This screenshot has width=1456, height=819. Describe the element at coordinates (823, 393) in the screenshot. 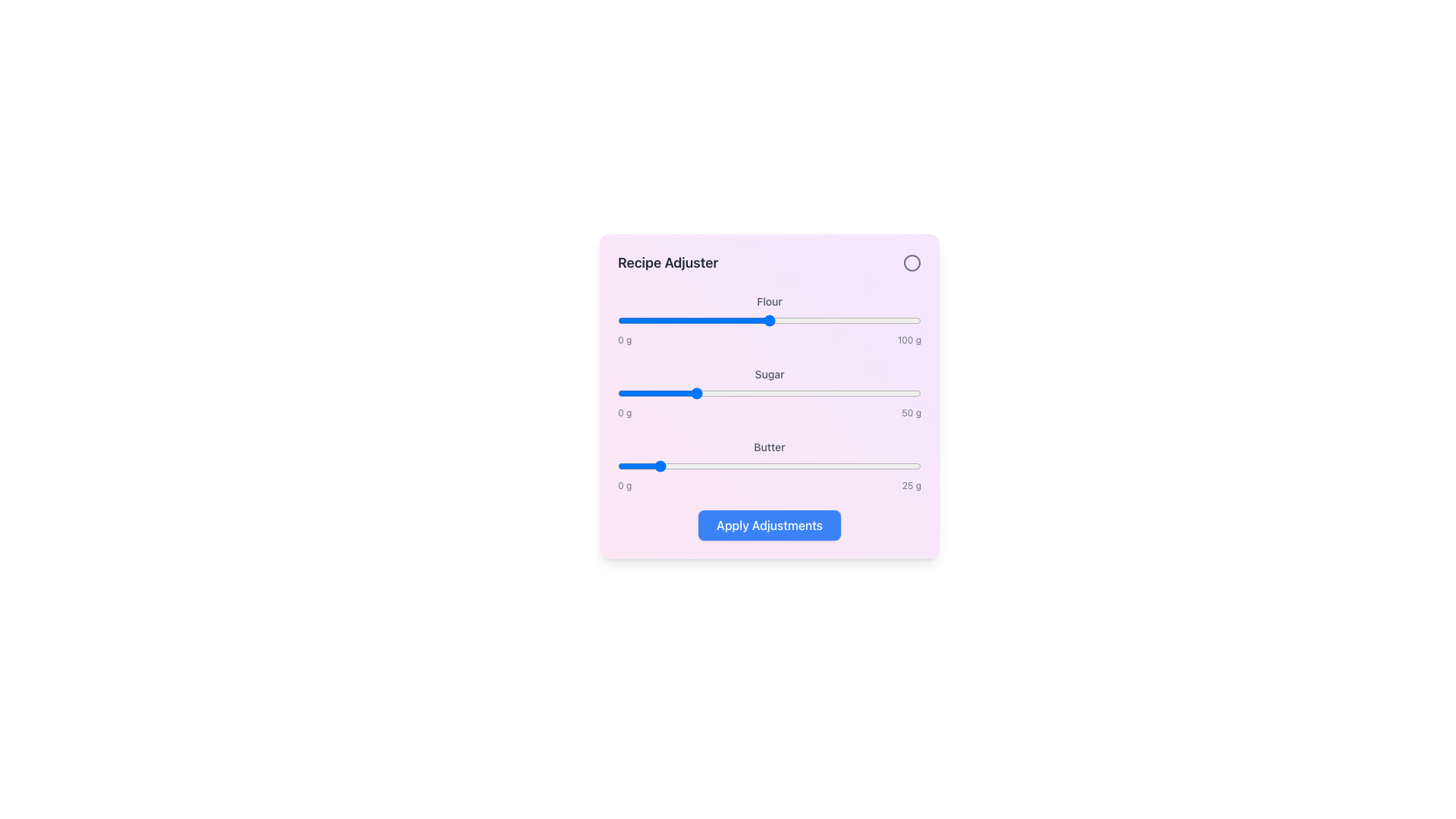

I see `sugar level` at that location.